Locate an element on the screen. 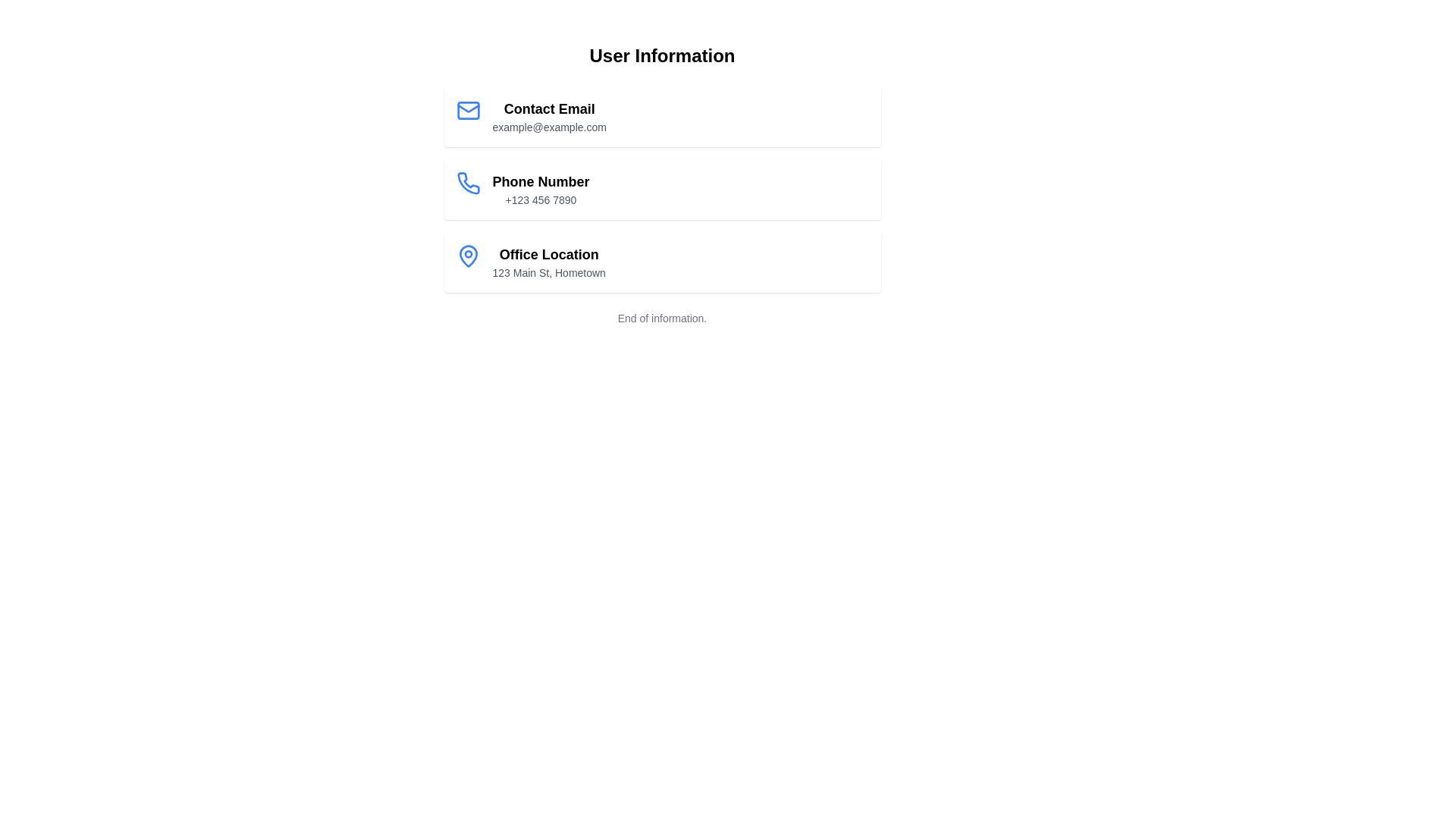 This screenshot has width=1456, height=819. the text block containing the title 'Phone Number' and the formatted phone number '+123 456 7890' to possibly reveal additional options is located at coordinates (541, 189).